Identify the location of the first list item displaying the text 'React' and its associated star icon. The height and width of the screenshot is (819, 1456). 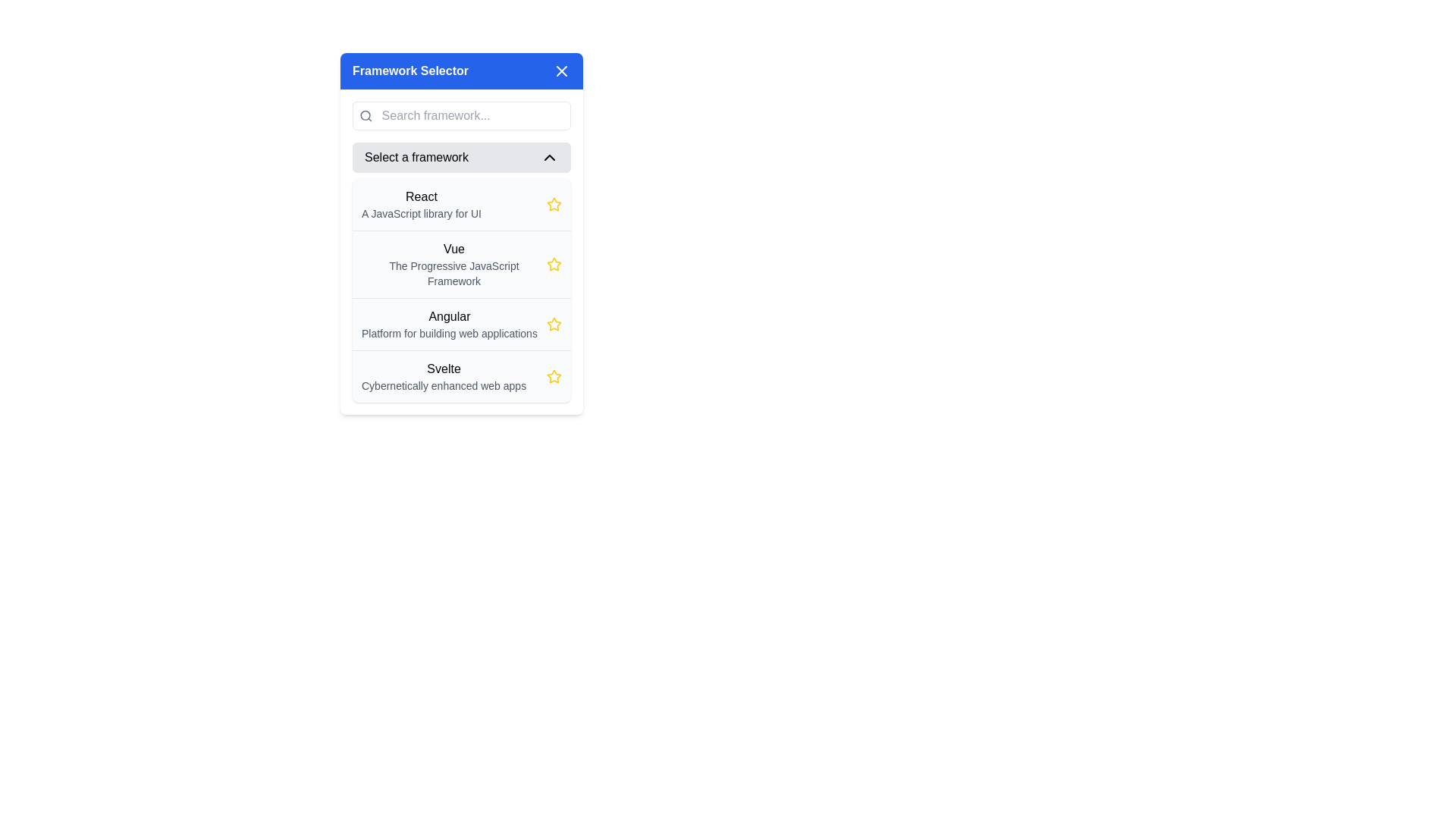
(461, 205).